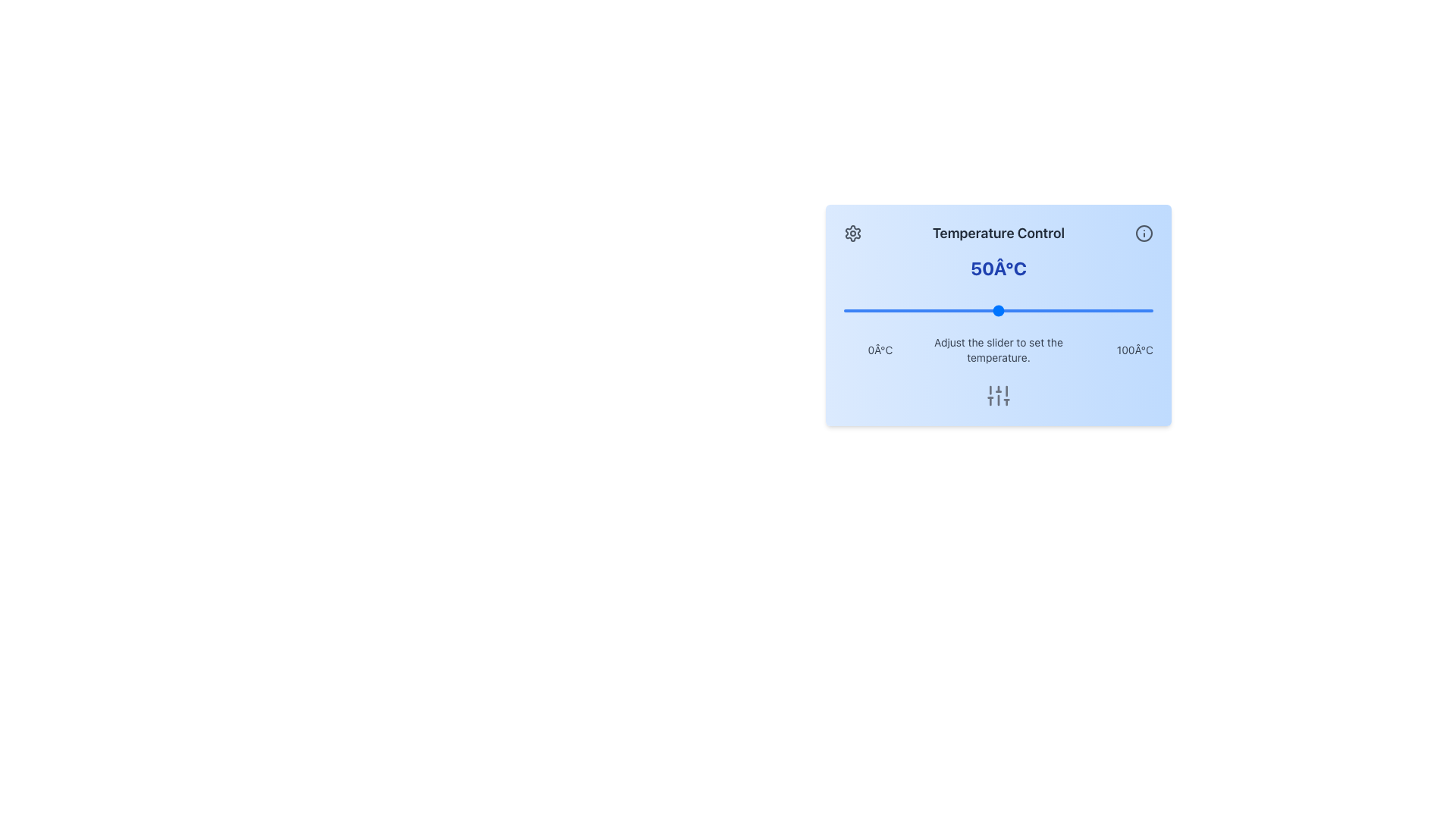  I want to click on the keyboard arrow keys, so click(998, 307).